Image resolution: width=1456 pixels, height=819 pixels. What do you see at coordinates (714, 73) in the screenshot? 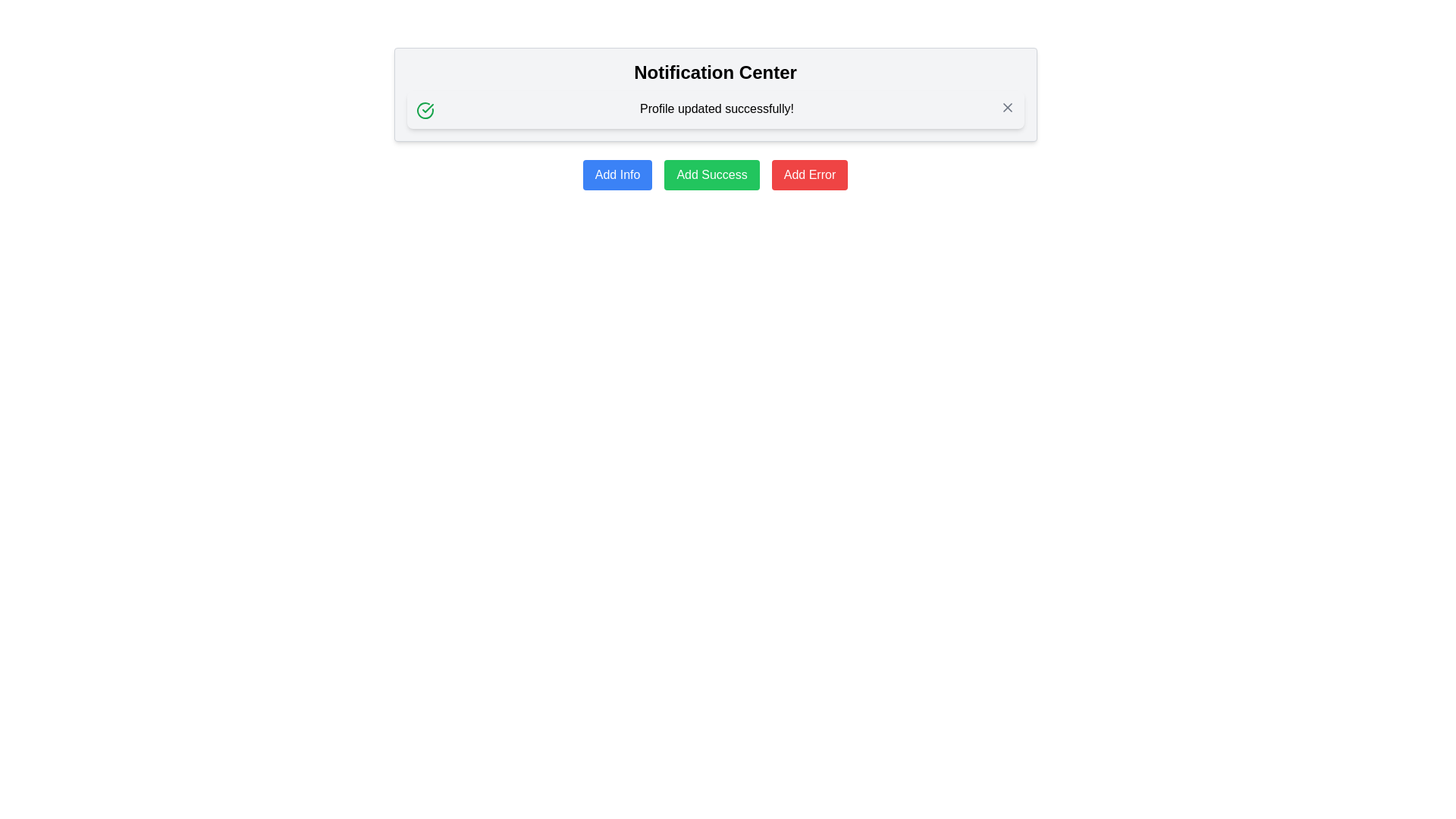
I see `the 'Notification Center' header text, which is bold and prominently displayed at the top of its section` at bounding box center [714, 73].